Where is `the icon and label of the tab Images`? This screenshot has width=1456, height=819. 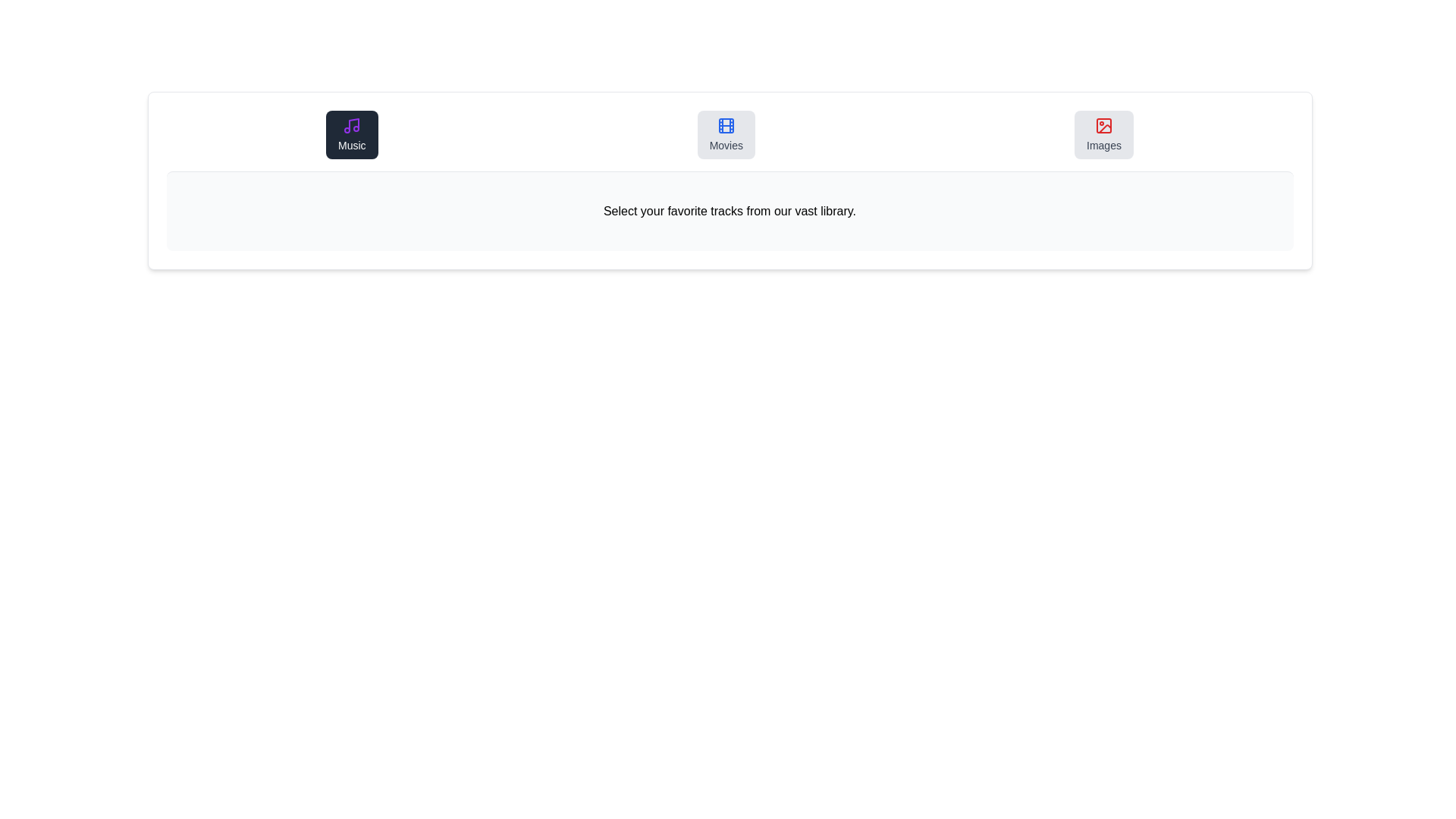
the icon and label of the tab Images is located at coordinates (1103, 133).